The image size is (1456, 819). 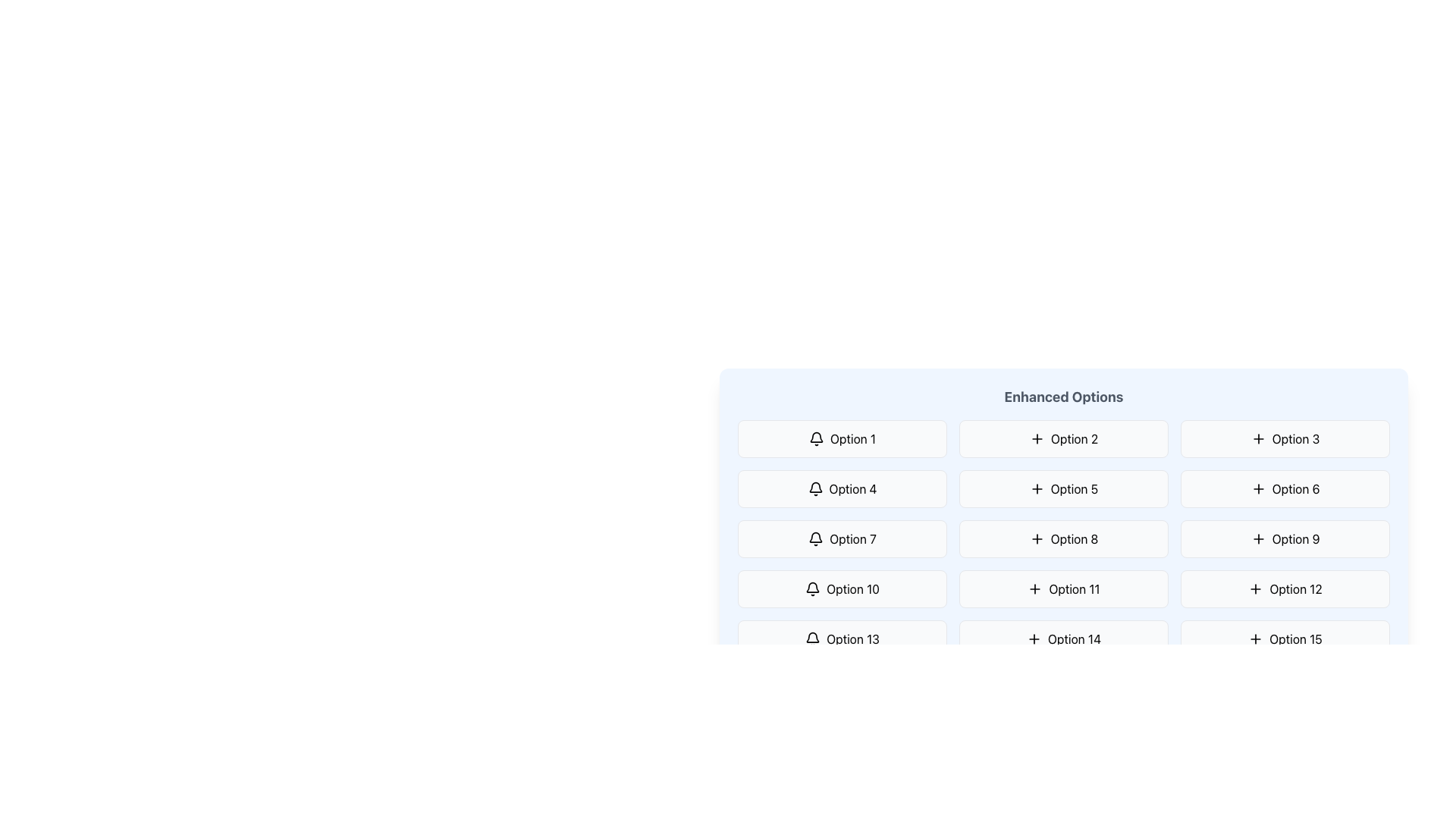 I want to click on the plus symbol decorative icon associated with the 'Option 2' button in the 'Enhanced Options' grid layout, so click(x=1036, y=438).